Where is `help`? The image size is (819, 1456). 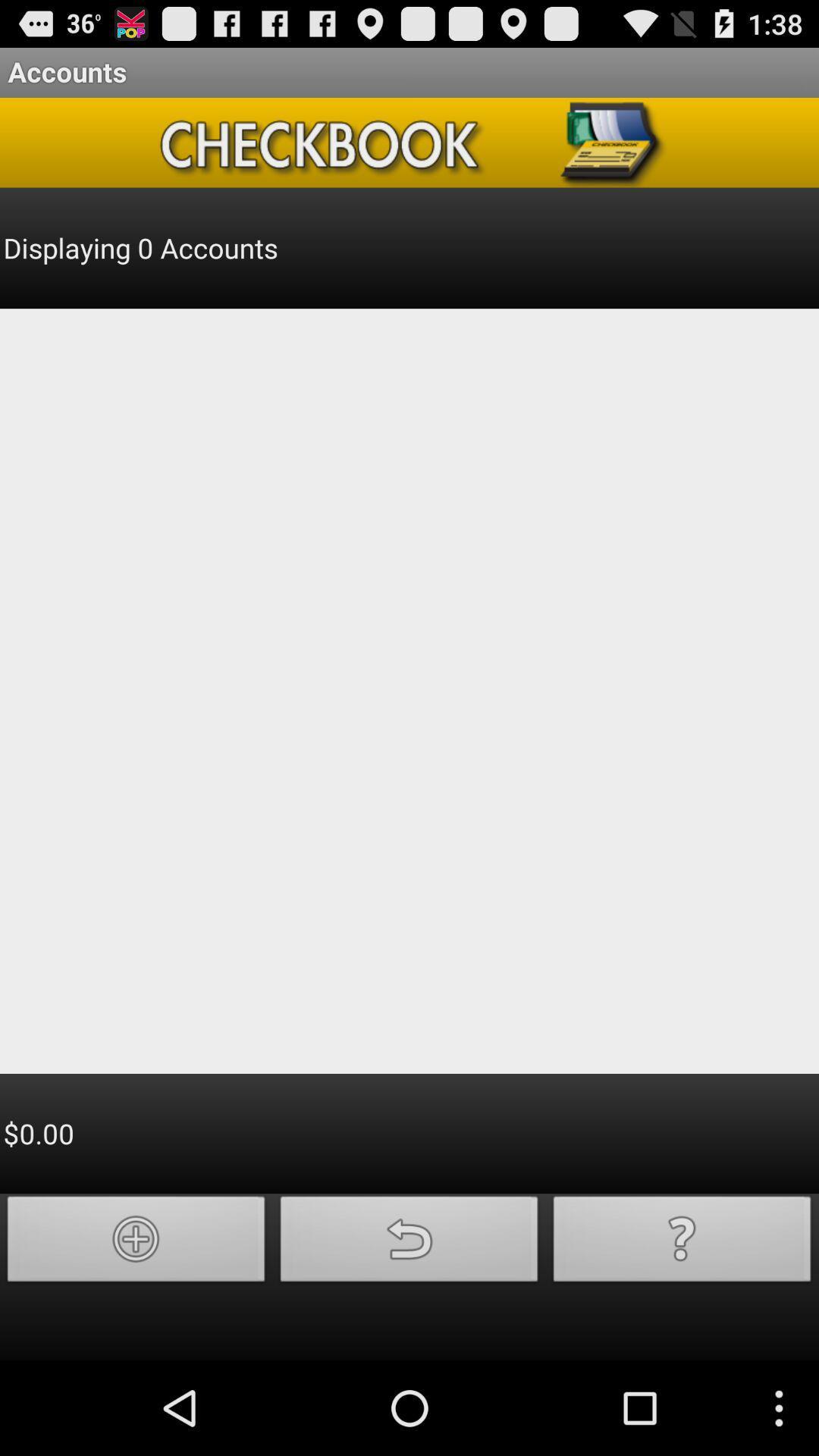 help is located at coordinates (681, 1243).